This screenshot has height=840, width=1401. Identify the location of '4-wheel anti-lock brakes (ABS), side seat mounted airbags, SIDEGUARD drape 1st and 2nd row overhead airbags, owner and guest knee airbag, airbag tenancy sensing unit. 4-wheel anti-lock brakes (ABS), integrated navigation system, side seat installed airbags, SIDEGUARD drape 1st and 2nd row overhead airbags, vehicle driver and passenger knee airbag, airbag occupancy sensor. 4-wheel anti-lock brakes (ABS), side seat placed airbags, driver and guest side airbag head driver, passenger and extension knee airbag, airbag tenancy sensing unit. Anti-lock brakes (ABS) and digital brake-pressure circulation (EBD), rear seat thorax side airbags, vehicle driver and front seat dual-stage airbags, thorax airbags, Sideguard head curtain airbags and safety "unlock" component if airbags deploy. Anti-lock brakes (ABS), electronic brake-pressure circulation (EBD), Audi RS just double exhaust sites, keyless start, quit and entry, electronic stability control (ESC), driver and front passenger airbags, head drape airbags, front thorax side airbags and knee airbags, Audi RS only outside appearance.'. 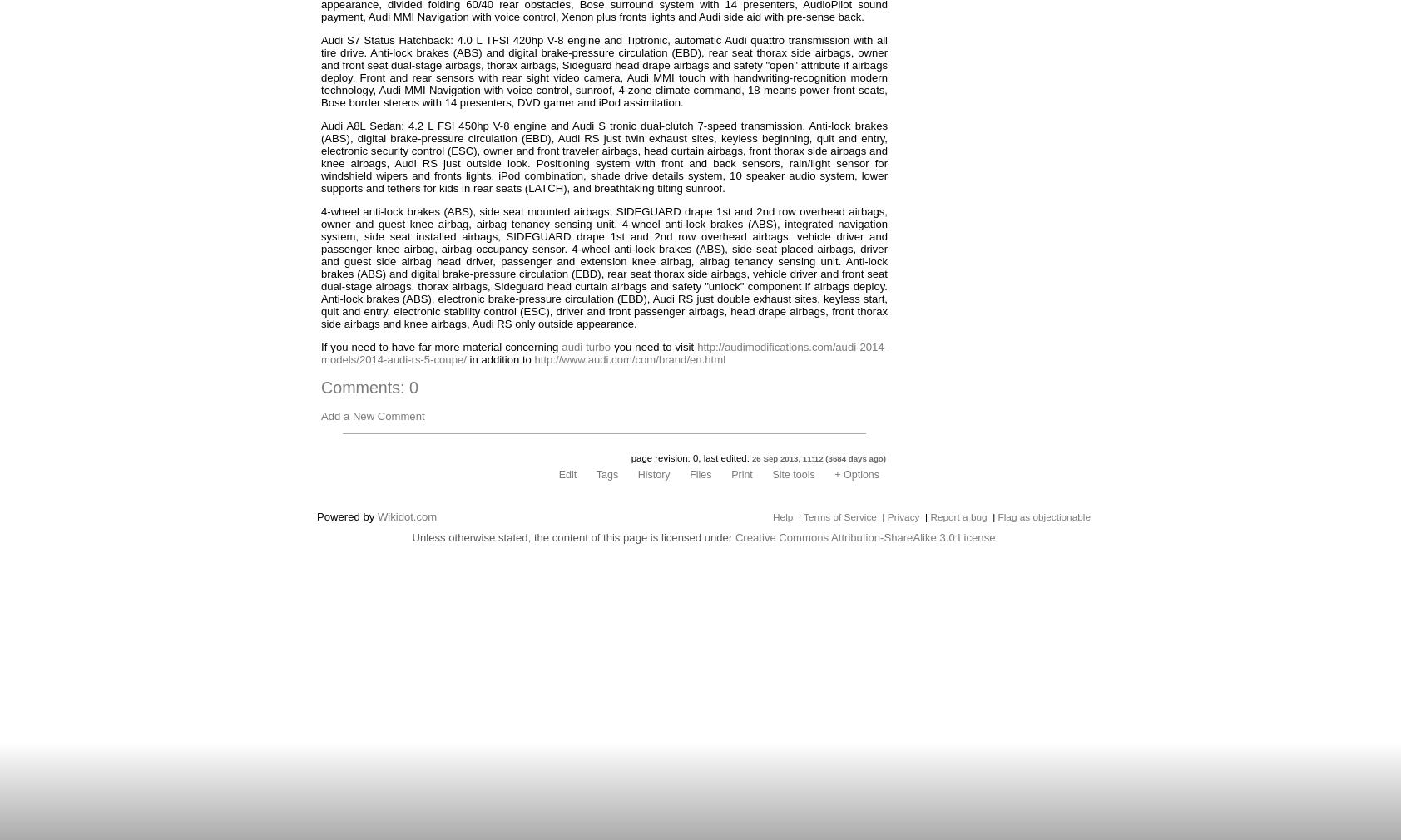
(604, 266).